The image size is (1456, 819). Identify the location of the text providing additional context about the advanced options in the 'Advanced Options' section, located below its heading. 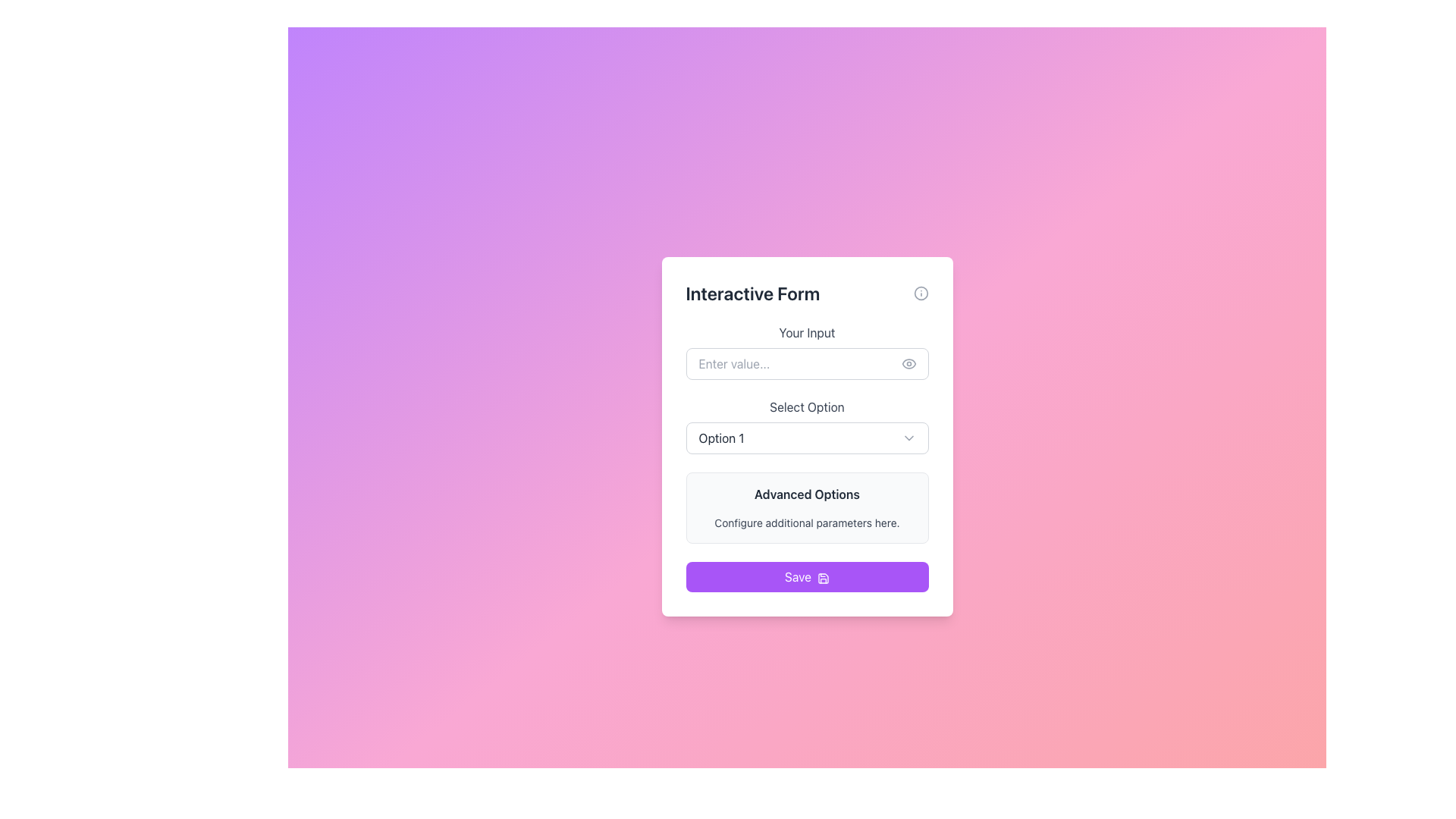
(806, 522).